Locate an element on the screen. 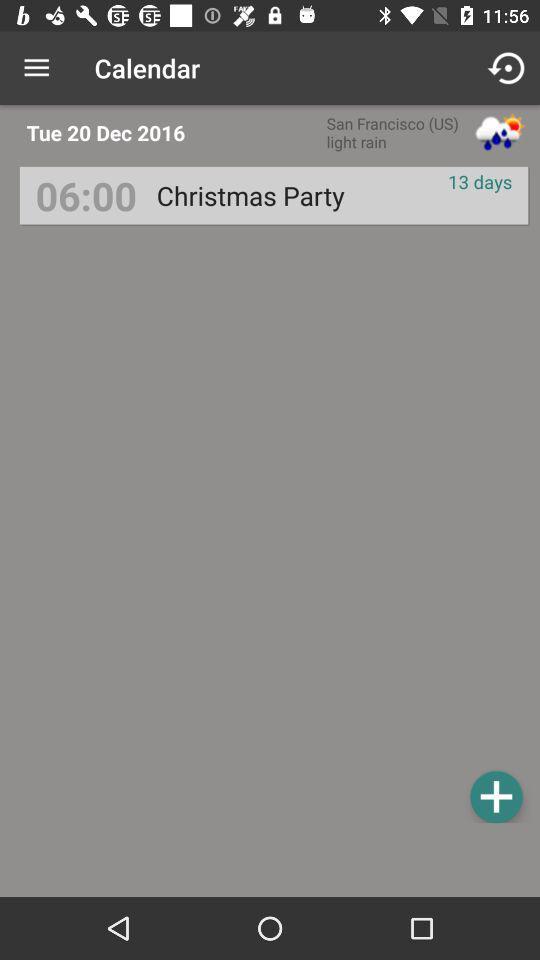  the 13 days item is located at coordinates (479, 181).